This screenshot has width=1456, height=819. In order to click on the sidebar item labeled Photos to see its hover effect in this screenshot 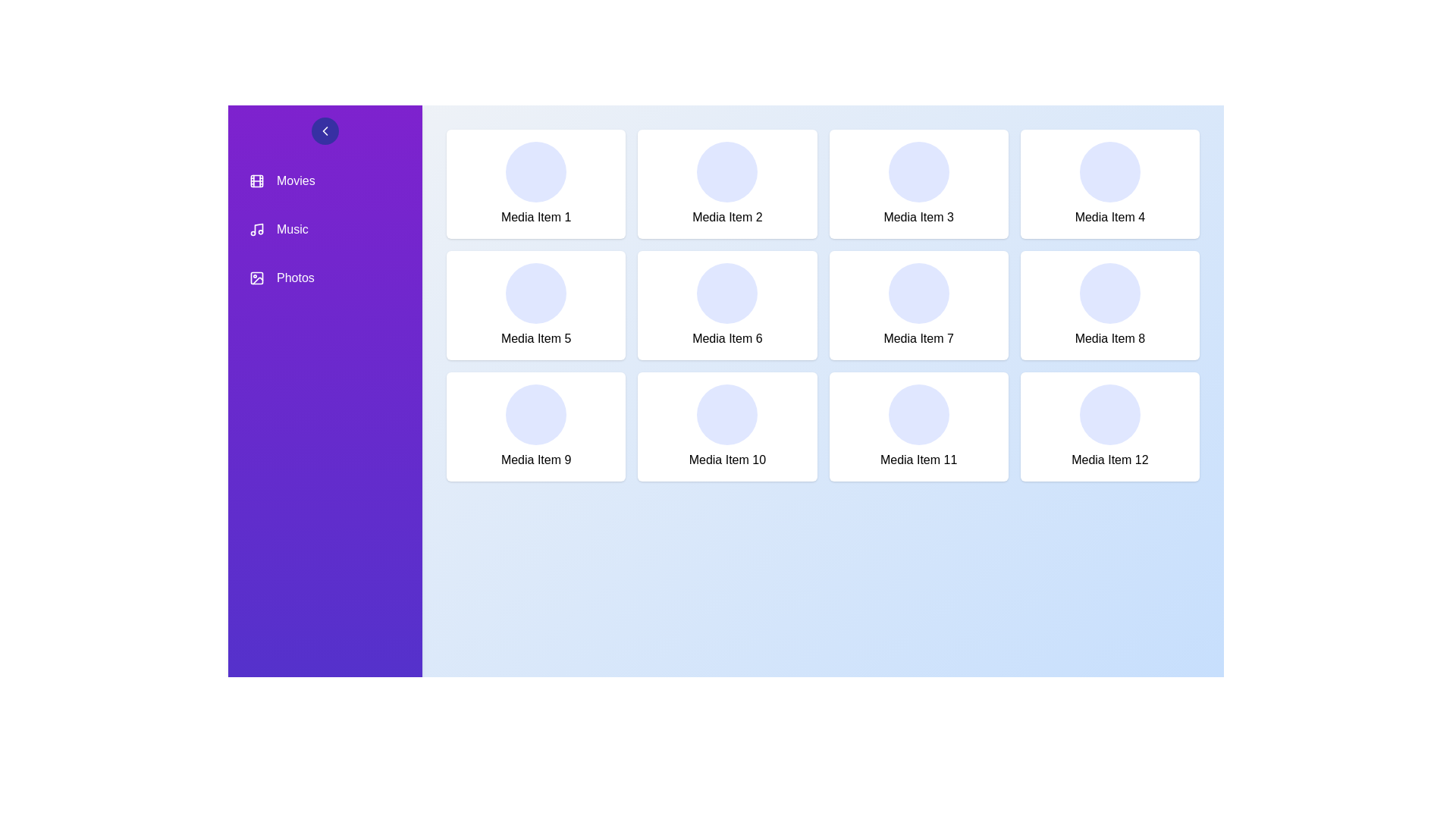, I will do `click(324, 278)`.